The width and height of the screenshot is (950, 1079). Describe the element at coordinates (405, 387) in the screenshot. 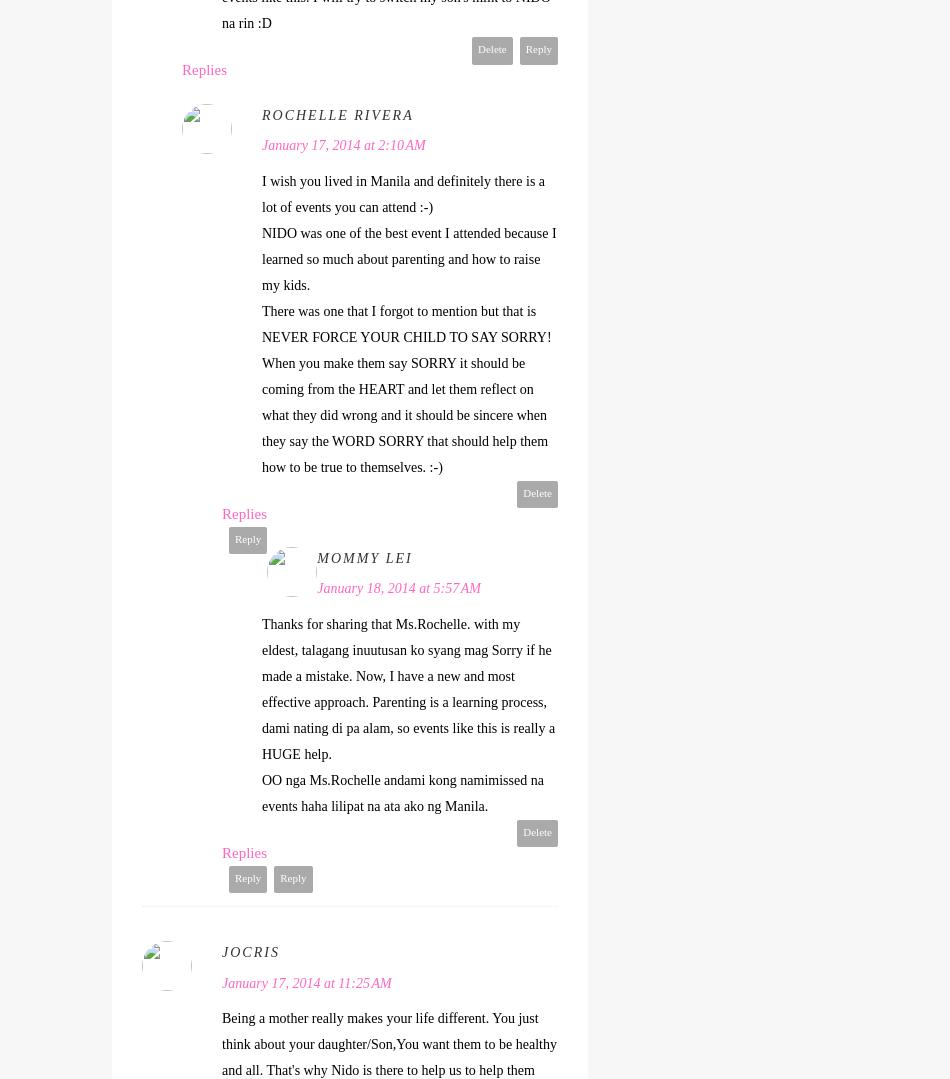

I see `'There was one that I forgot to mention but that is NEVER FORCE YOUR CHILD TO SAY SORRY! When you make them say SORRY it should be coming from the HEART and let them reflect on what they did wrong and it should be sincere when they say the WORD SORRY that should help them how to be true to themselves. :-)'` at that location.